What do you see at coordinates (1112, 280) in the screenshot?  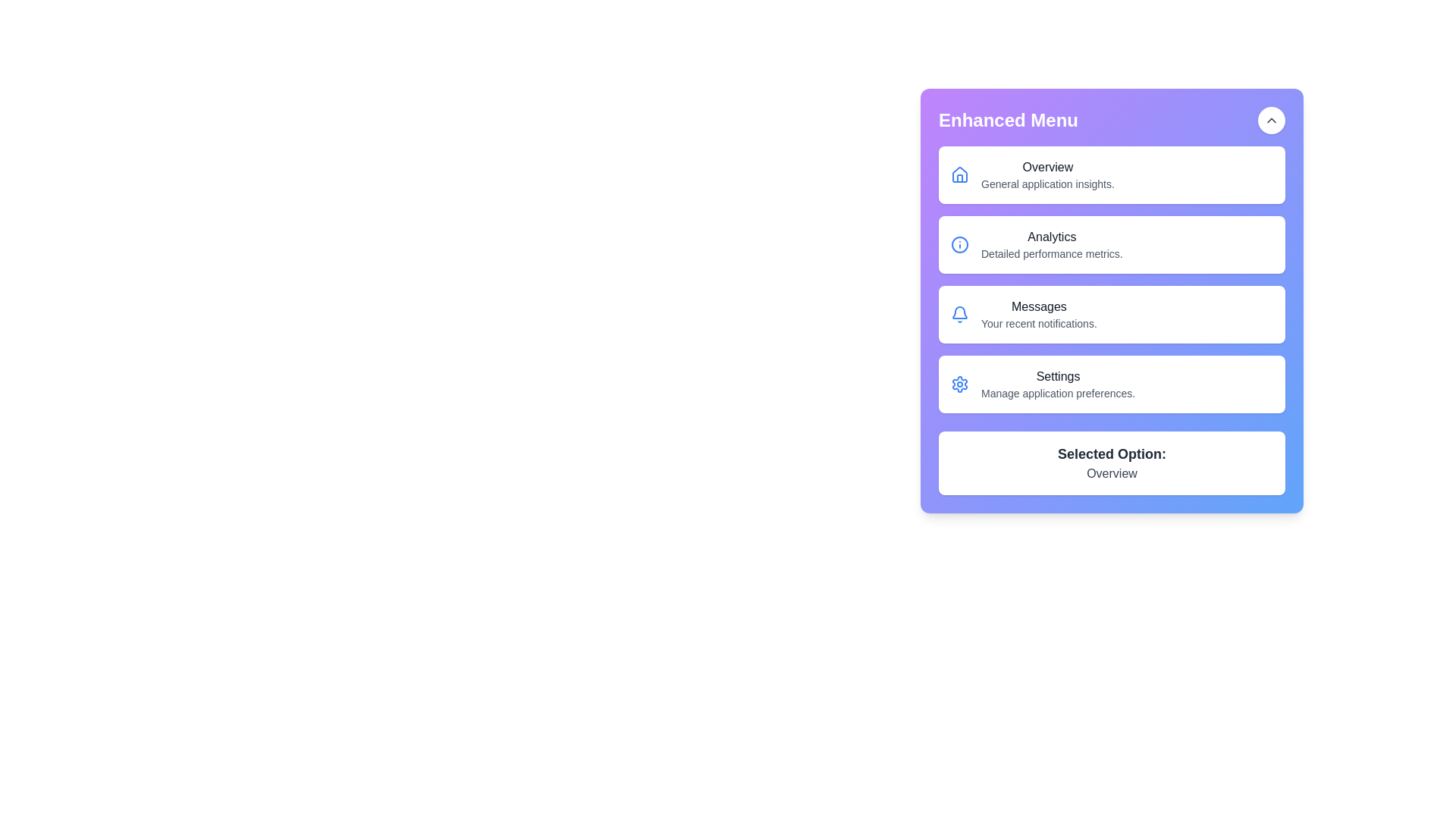 I see `the 'Messages' menu item in the Enhanced Menu, which is the third item with a description of 'Your recent notifications'` at bounding box center [1112, 280].